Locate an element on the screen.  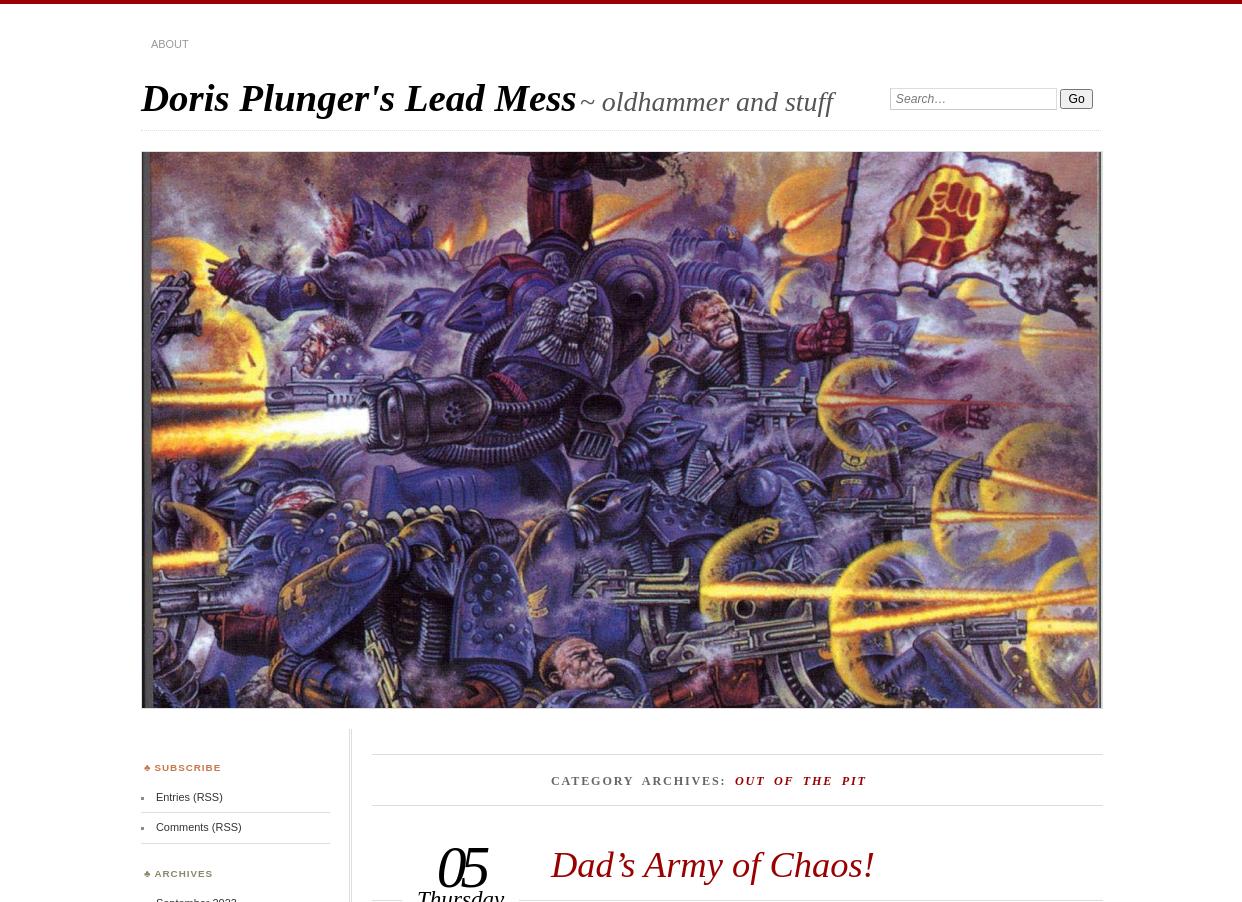
'~ oldhammer and stuff' is located at coordinates (705, 101).